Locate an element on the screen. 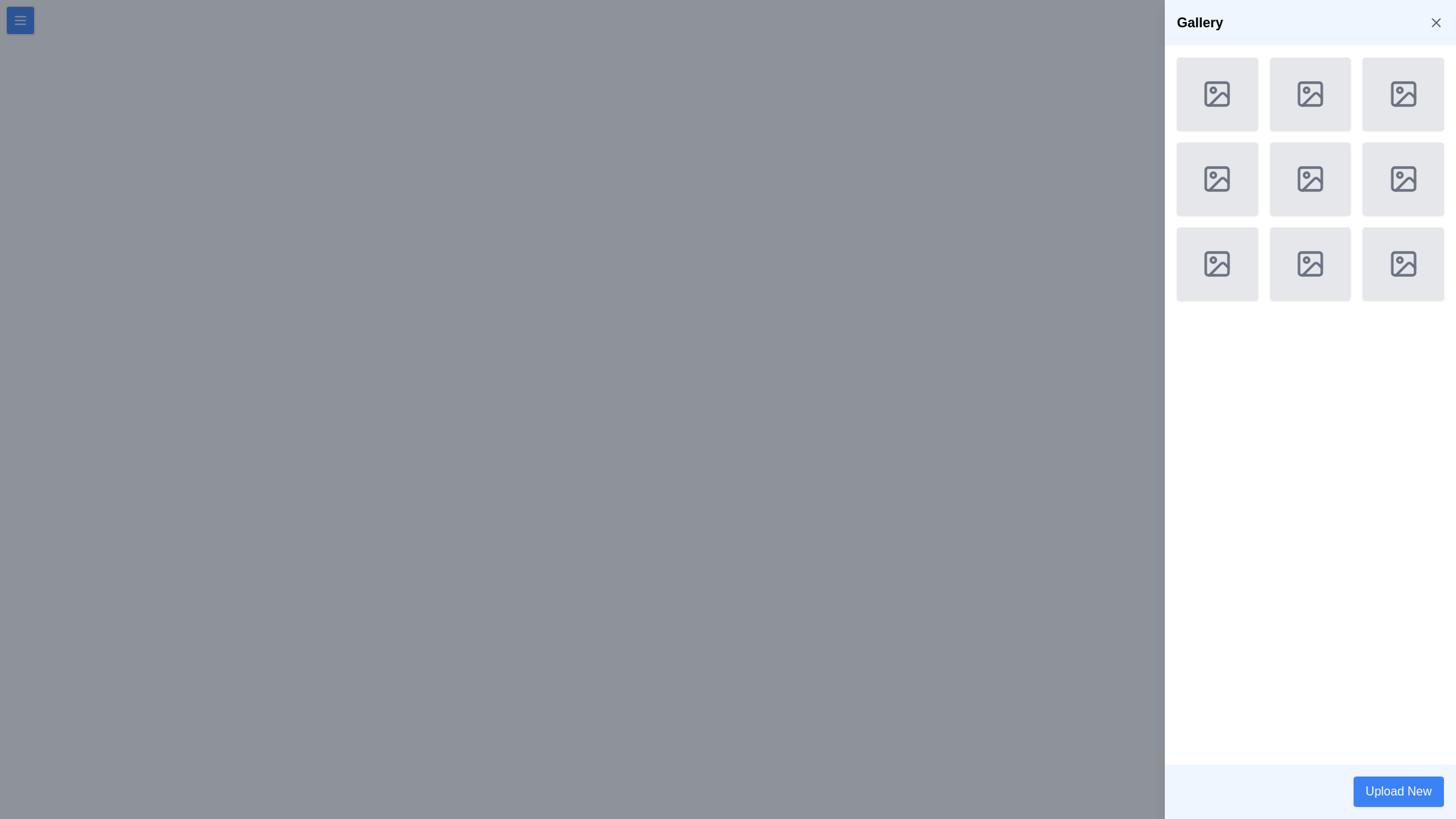 The width and height of the screenshot is (1456, 819). the gallery icon located is located at coordinates (1310, 262).